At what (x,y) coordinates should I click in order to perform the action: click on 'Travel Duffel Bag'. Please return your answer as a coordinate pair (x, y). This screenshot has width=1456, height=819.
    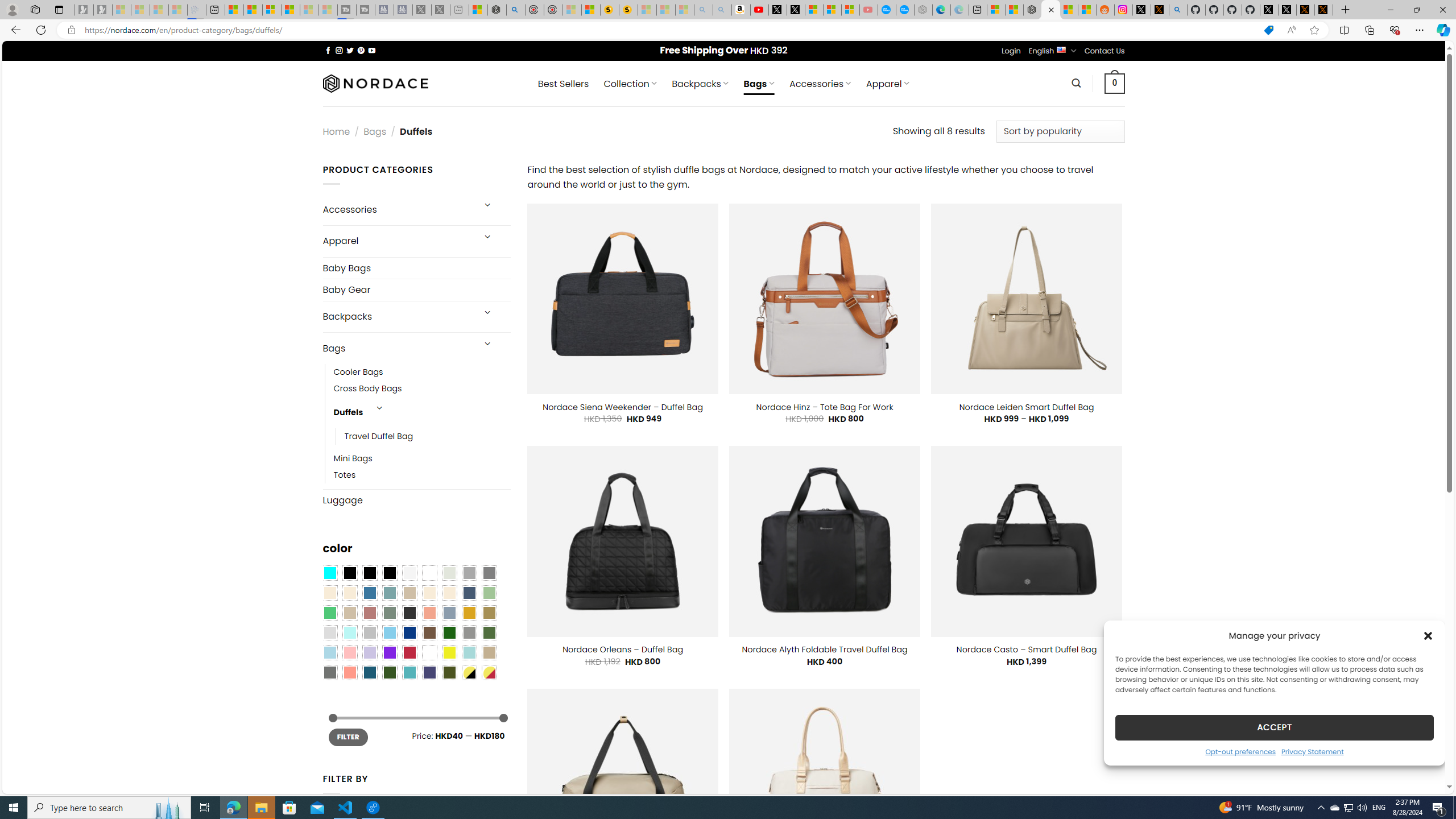
    Looking at the image, I should click on (427, 436).